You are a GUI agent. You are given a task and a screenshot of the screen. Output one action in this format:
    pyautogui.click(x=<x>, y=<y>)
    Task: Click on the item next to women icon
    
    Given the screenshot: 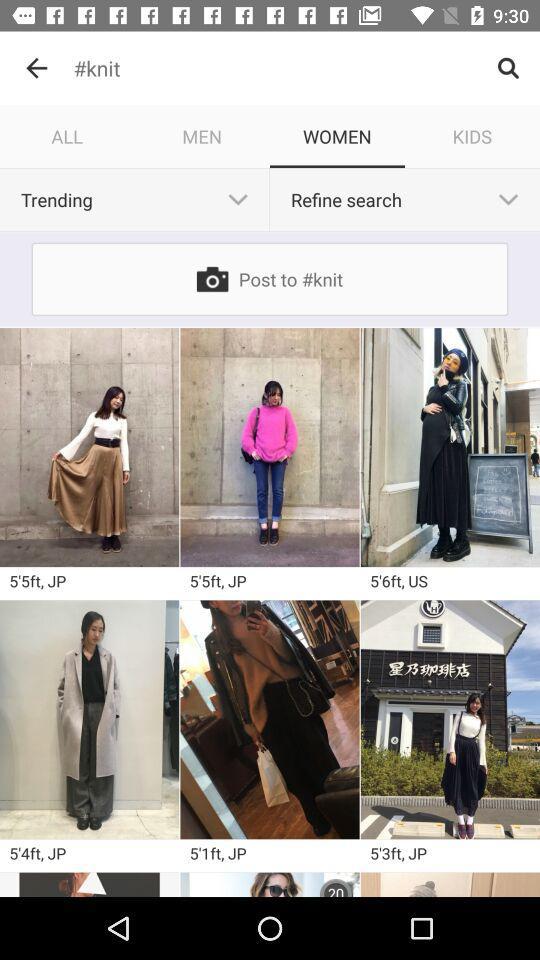 What is the action you would take?
    pyautogui.click(x=472, y=135)
    